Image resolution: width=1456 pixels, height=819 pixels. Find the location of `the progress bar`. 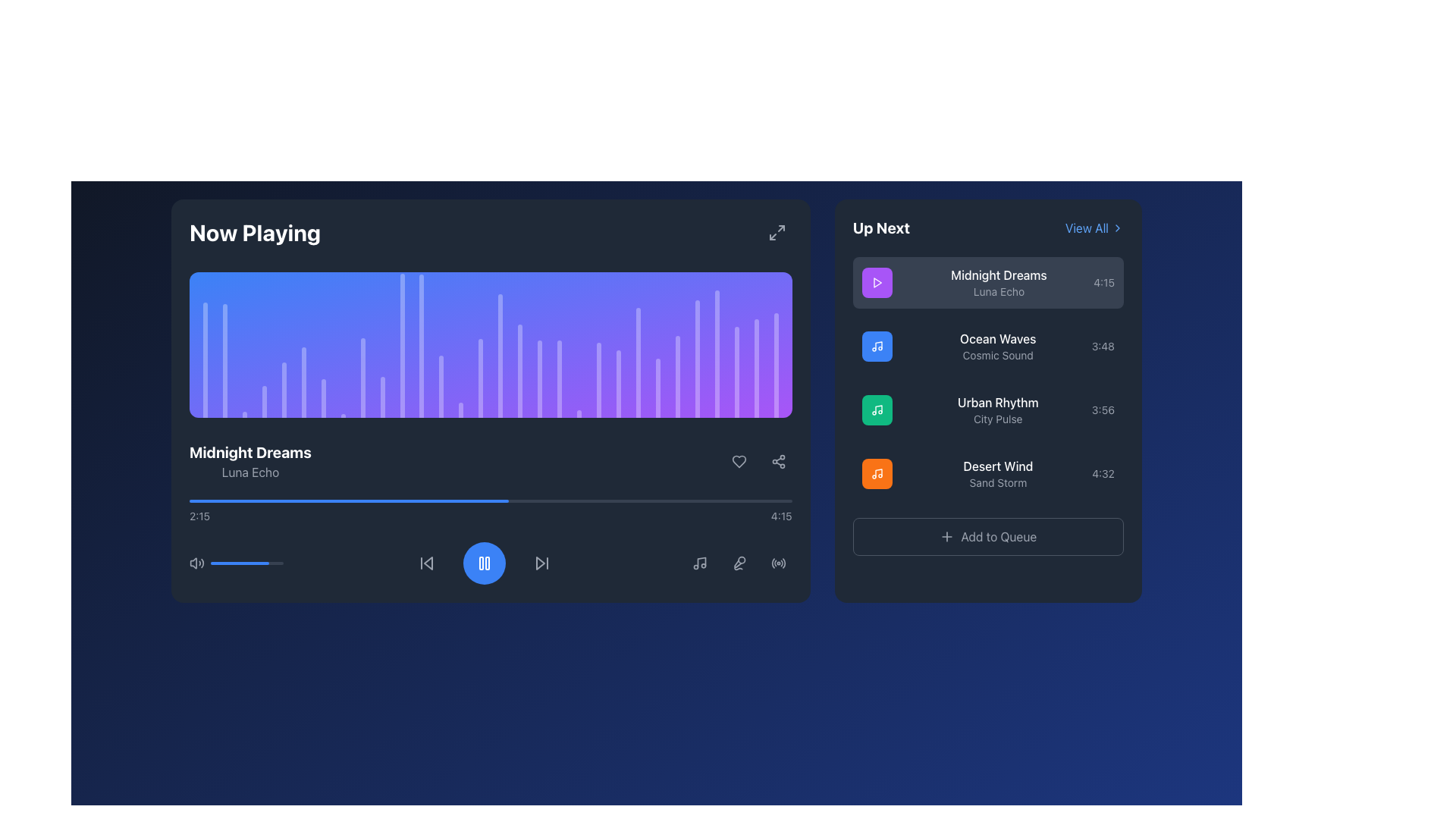

the progress bar is located at coordinates (767, 500).